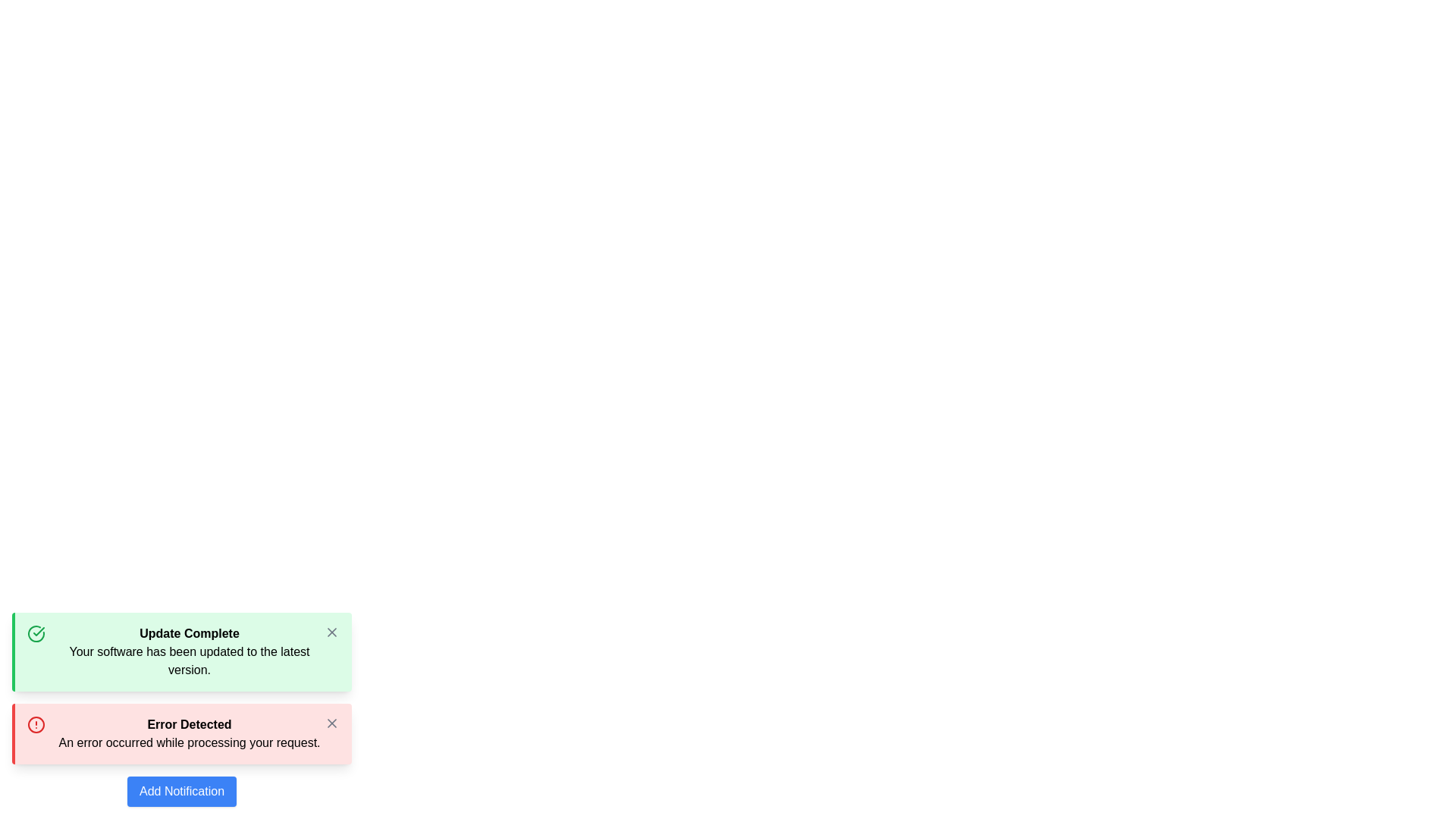 This screenshot has height=819, width=1456. Describe the element at coordinates (331, 722) in the screenshot. I see `the small rounded button with an 'X' icon inside, styled in gray, located at the top-right corner of the error notification box` at that location.